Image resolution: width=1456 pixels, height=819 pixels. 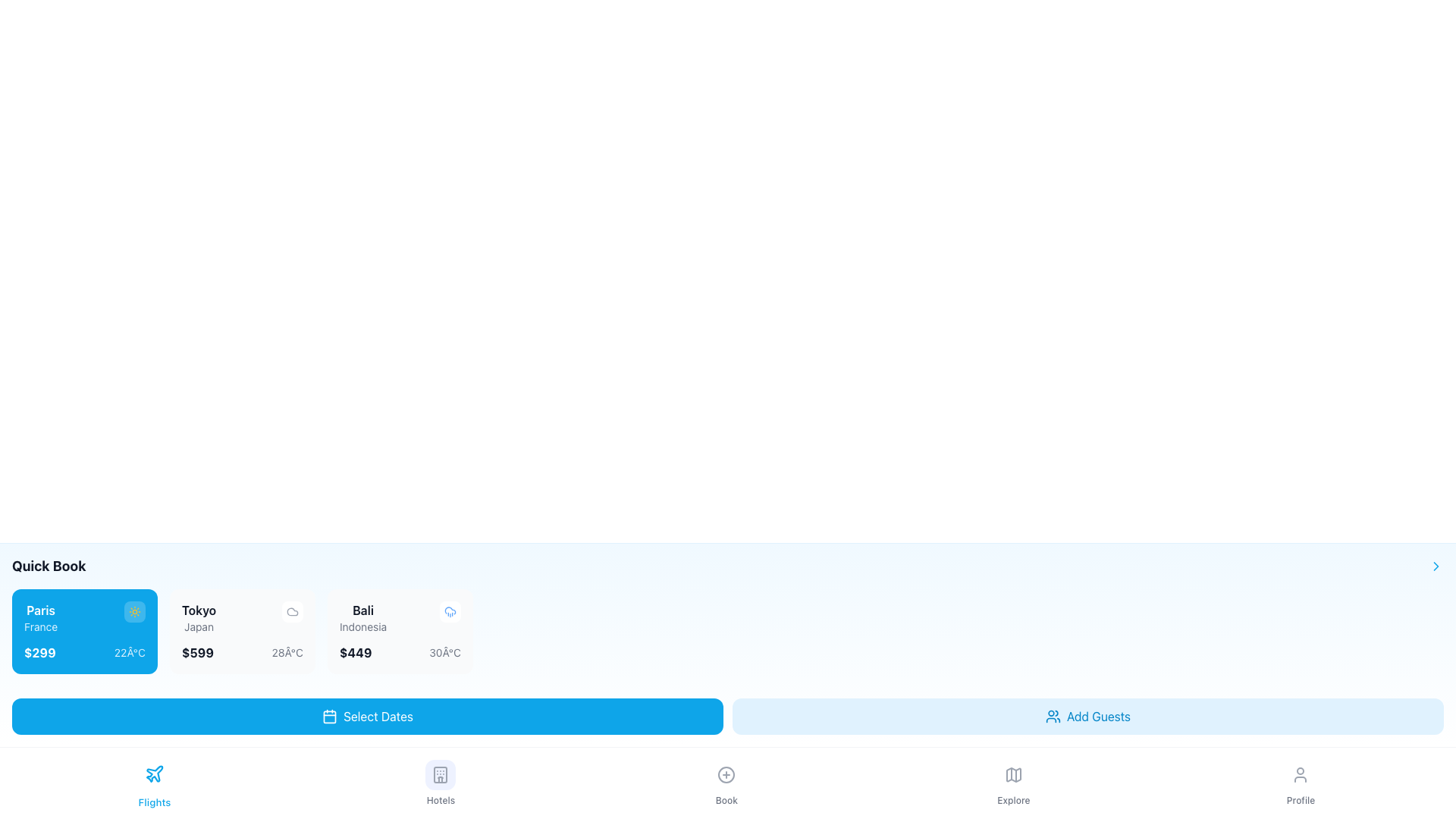 I want to click on the descriptive text label located below the circular icon with a plus sign, which is positioned in the bottom navigation area, closest to the 'Explore' button on the right and the 'Hotels' button on the left, so click(x=726, y=800).